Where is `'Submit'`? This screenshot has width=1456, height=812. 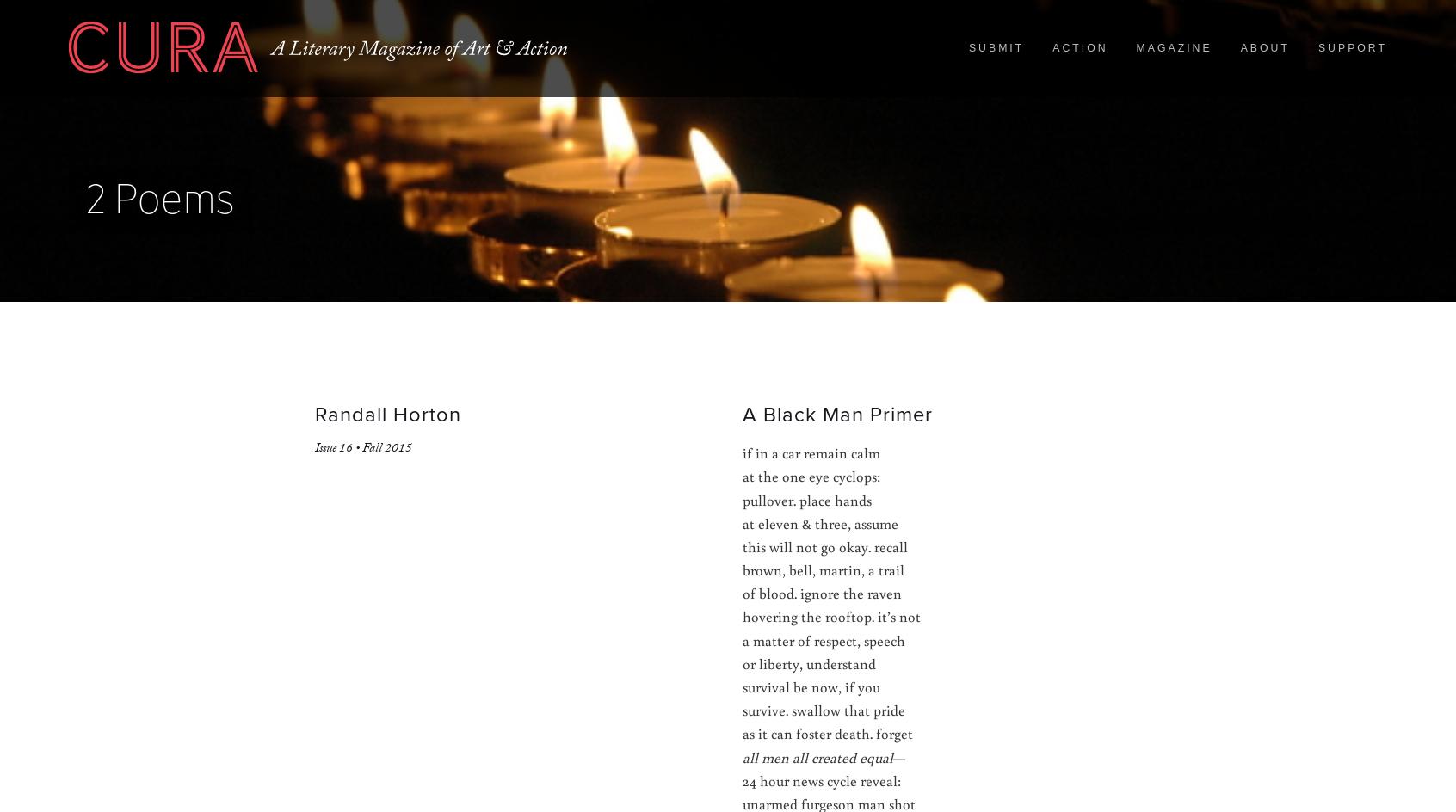
'Submit' is located at coordinates (995, 47).